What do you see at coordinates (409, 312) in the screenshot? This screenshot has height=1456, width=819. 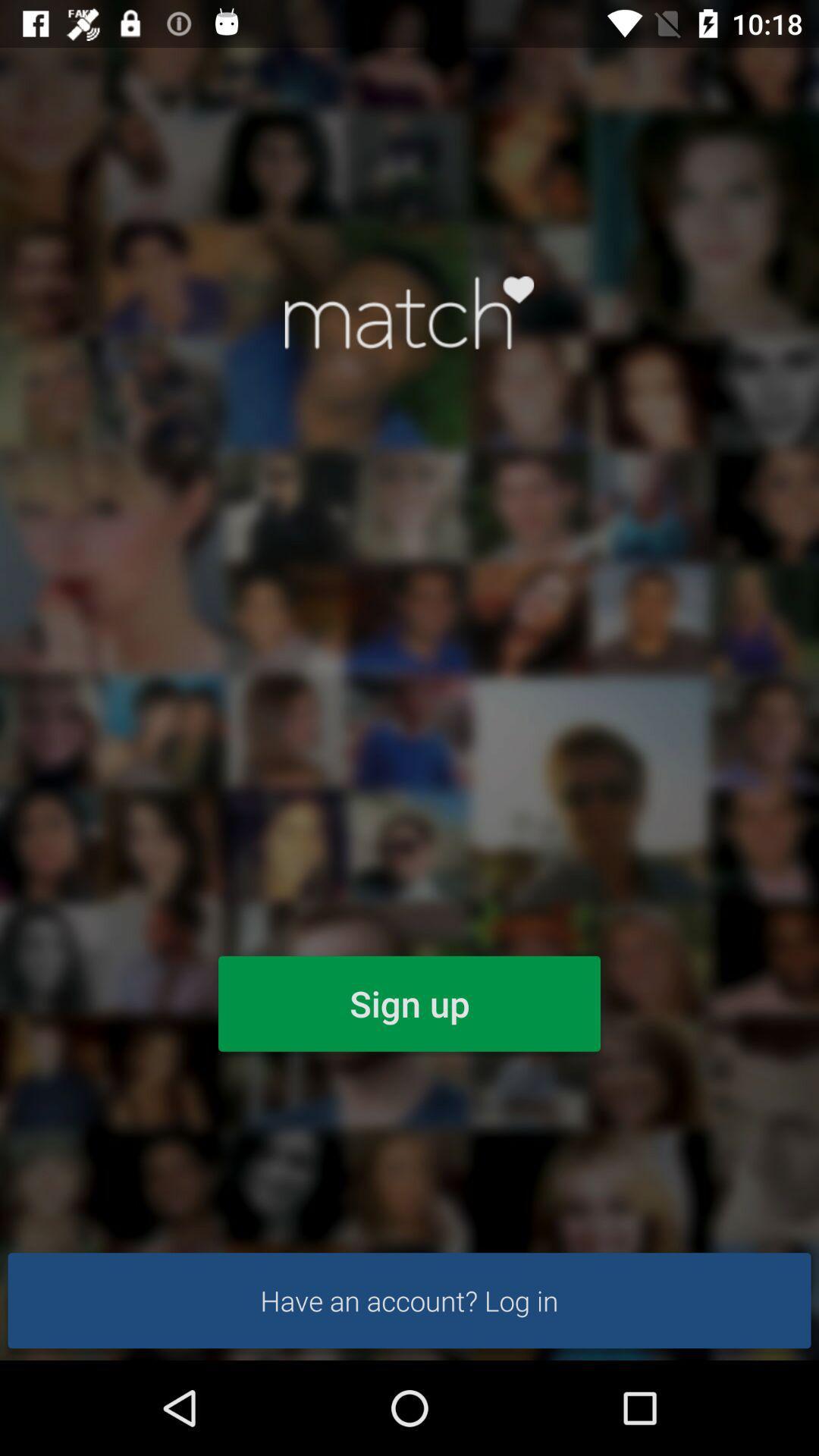 I see `like button` at bounding box center [409, 312].